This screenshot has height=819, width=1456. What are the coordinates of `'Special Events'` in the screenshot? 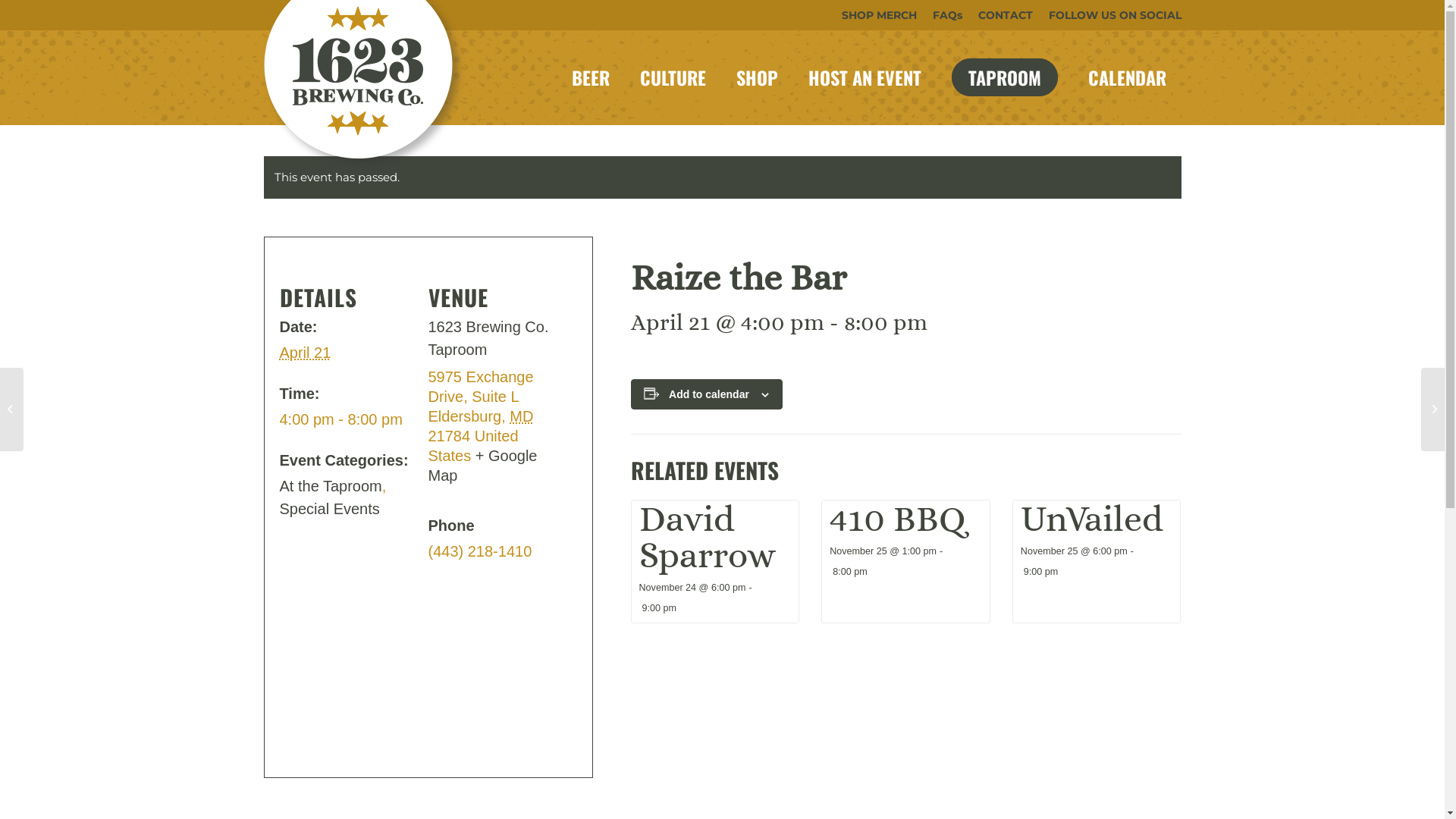 It's located at (328, 509).